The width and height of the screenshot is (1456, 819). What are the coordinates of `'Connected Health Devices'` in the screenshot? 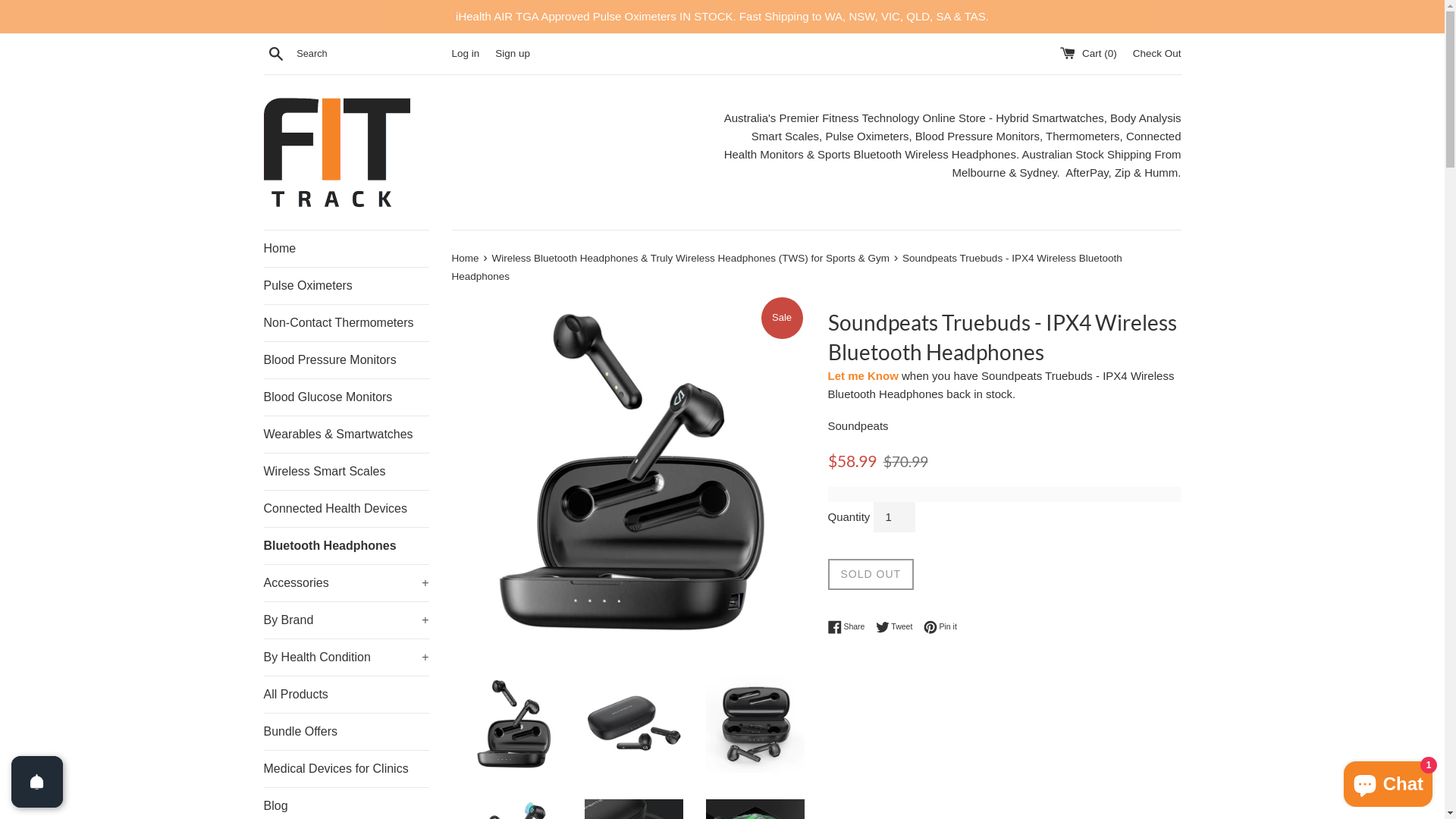 It's located at (263, 508).